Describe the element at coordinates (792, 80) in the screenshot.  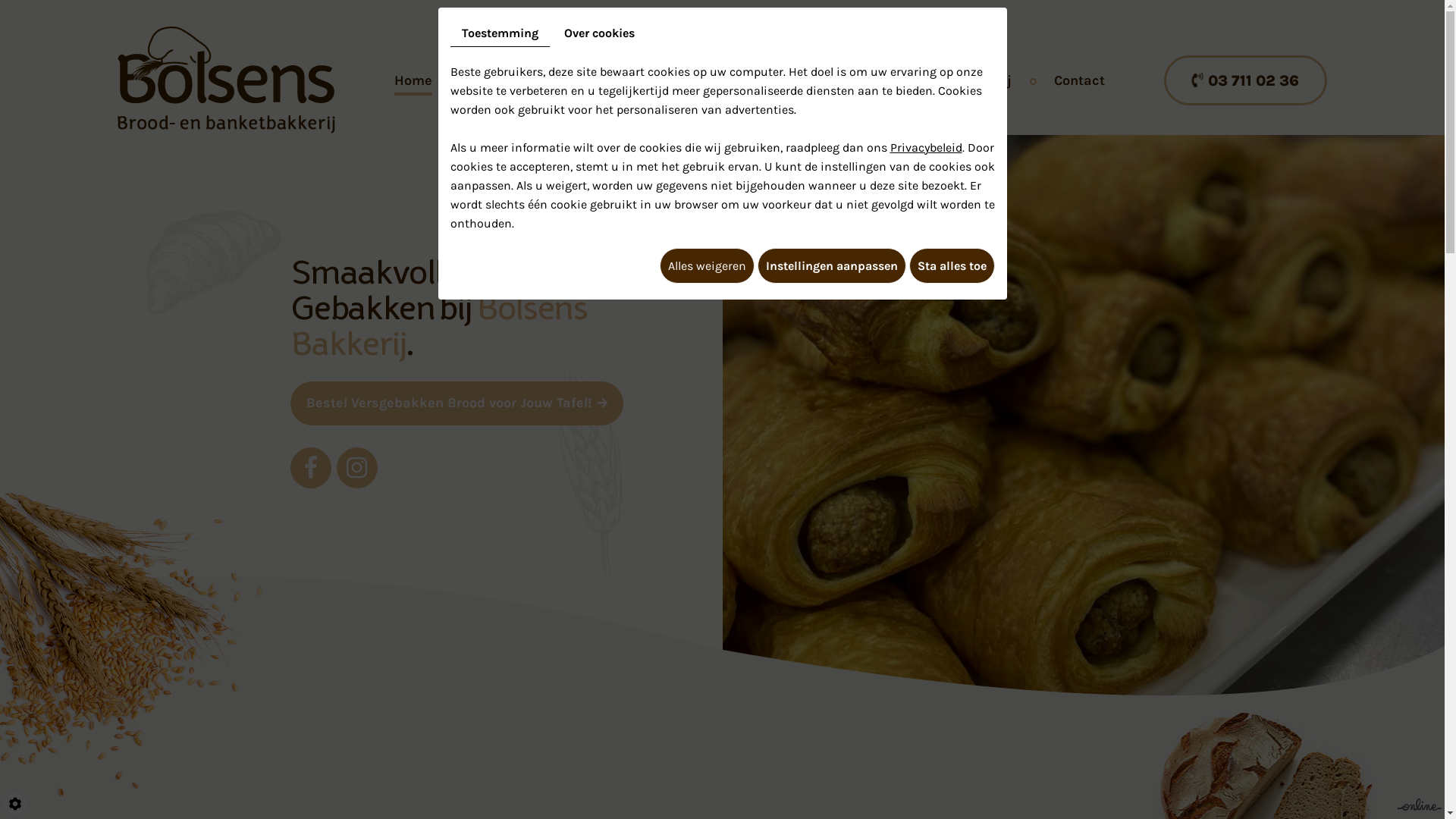
I see `'Bestel Online'` at that location.